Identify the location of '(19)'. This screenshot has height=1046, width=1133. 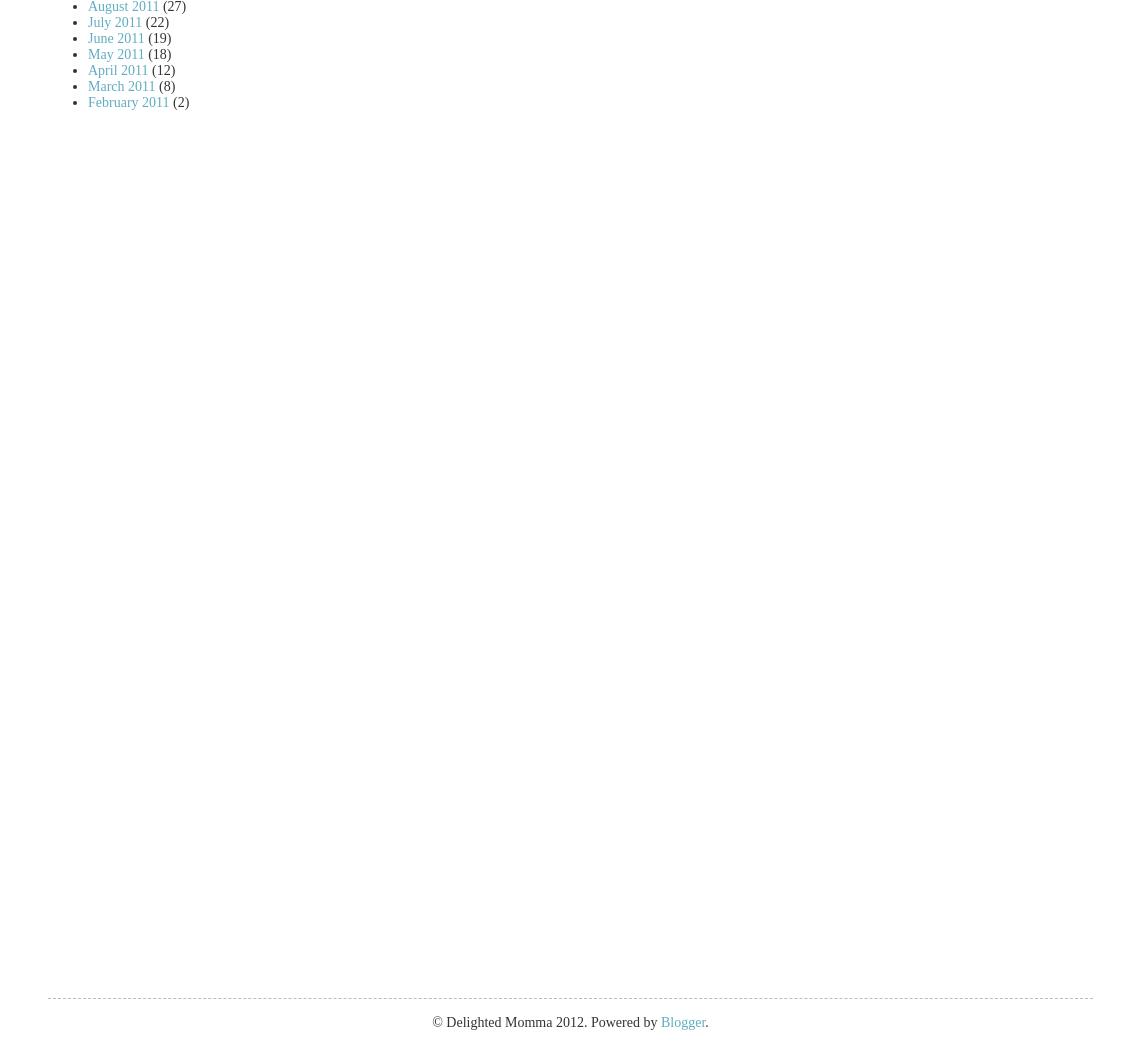
(157, 36).